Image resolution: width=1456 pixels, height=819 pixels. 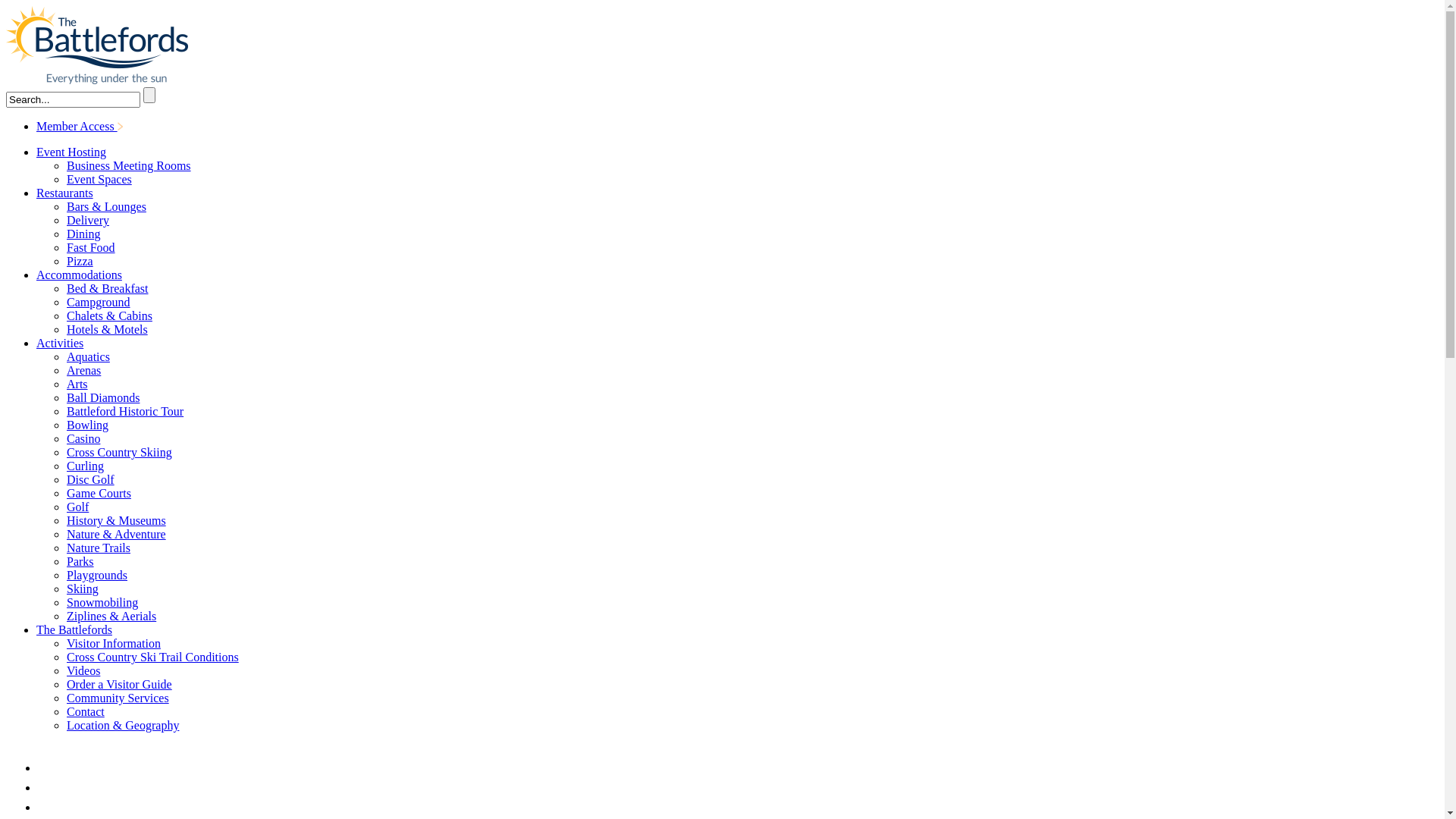 I want to click on 'Location & Geography', so click(x=123, y=724).